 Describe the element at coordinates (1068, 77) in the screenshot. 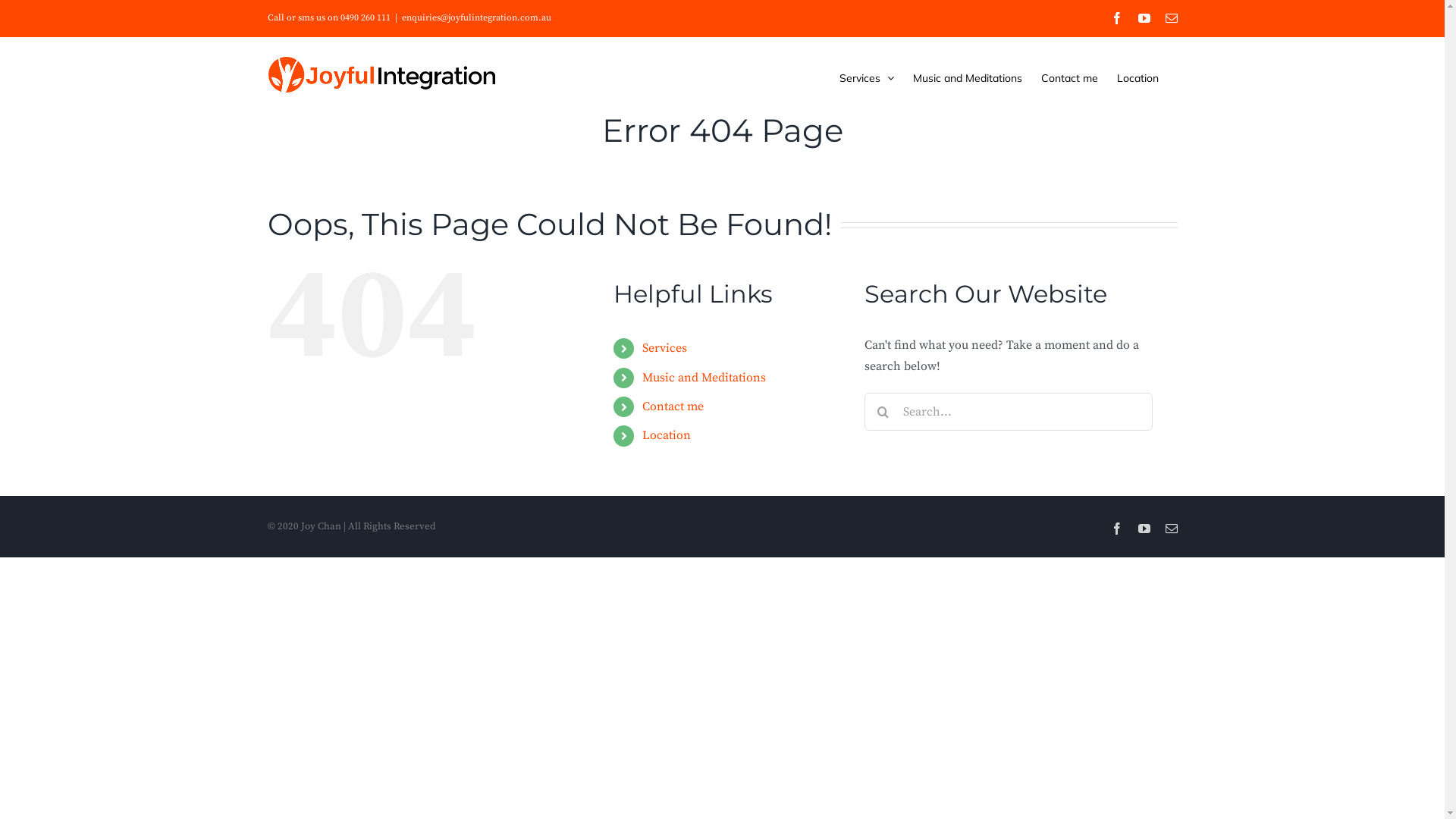

I see `'Contact me'` at that location.